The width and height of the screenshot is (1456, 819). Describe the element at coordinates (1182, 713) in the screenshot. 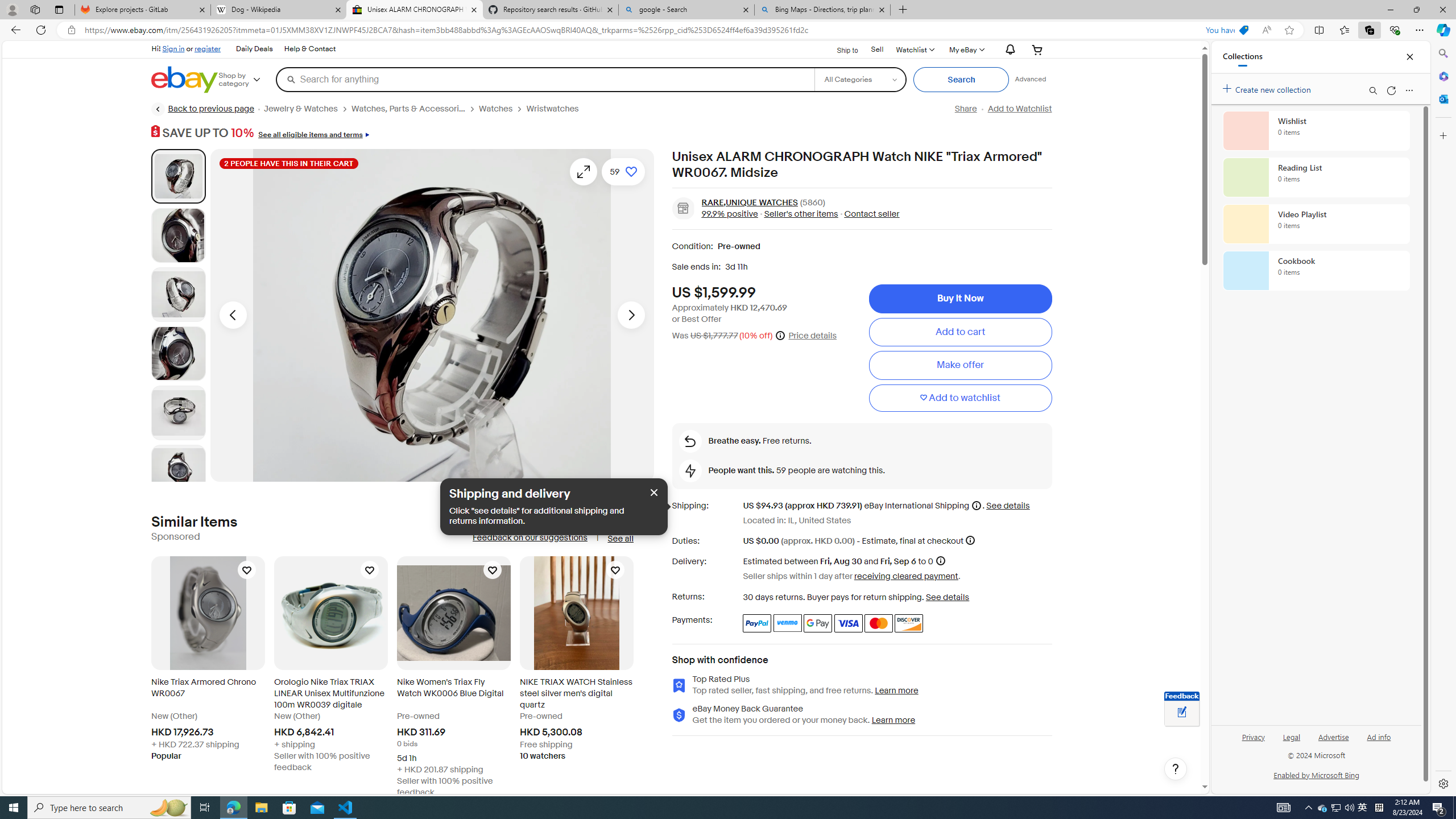

I see `'Leave feedback about your eBay ViewItem experience'` at that location.